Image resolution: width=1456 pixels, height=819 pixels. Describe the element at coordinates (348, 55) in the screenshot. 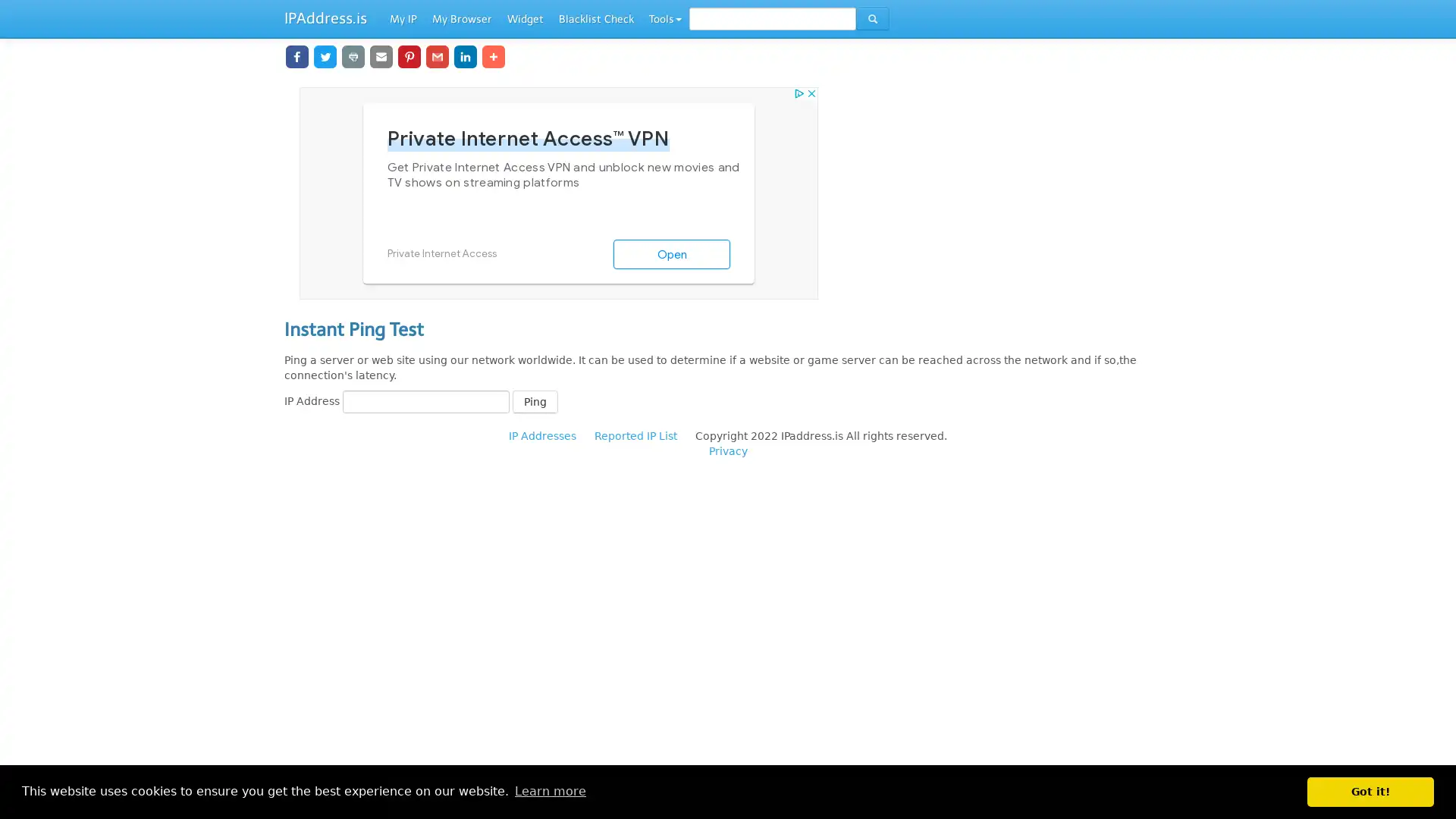

I see `Share to Print` at that location.